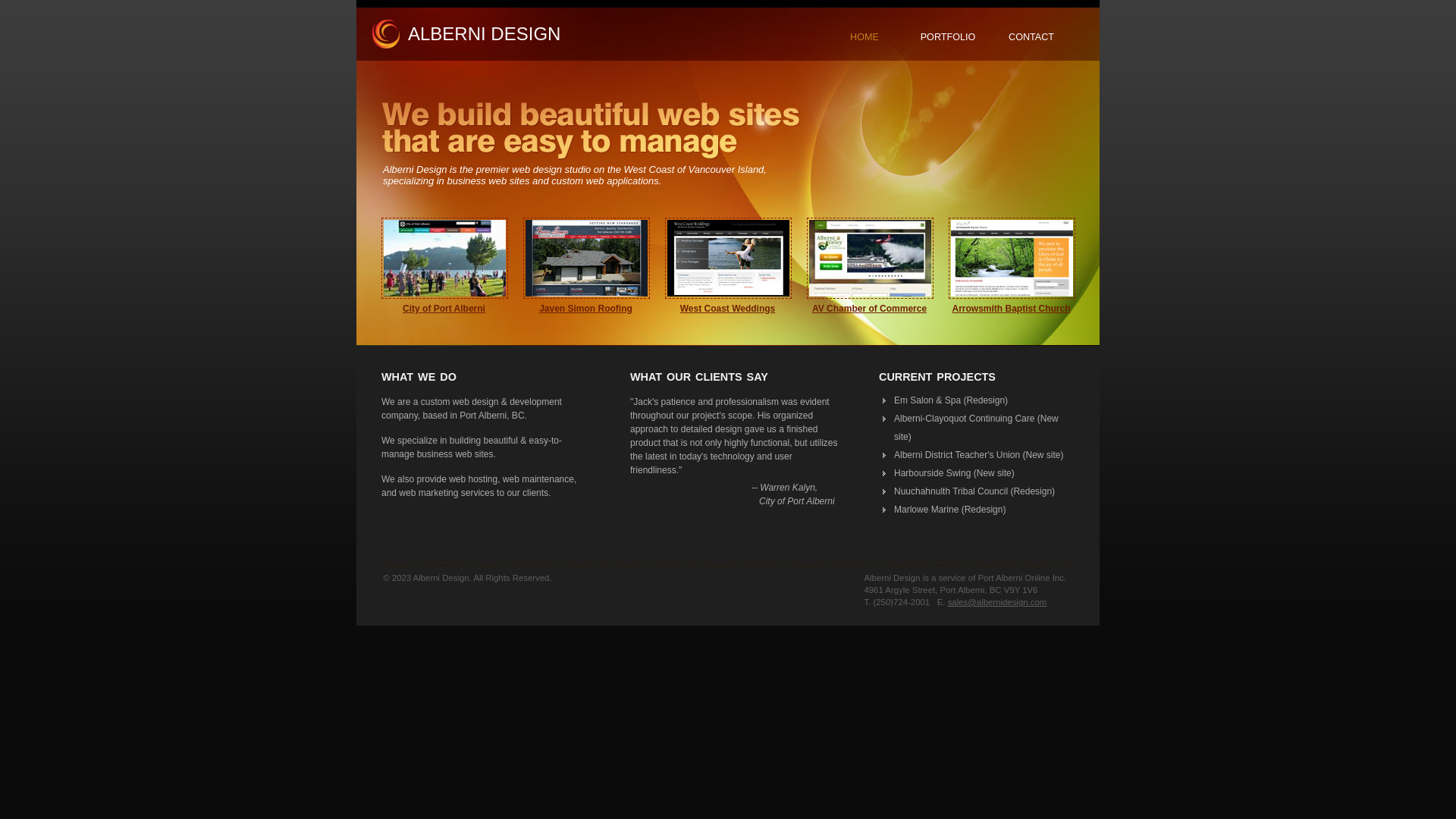 The image size is (1456, 819). I want to click on 'PORTFOLIO', so click(920, 36).